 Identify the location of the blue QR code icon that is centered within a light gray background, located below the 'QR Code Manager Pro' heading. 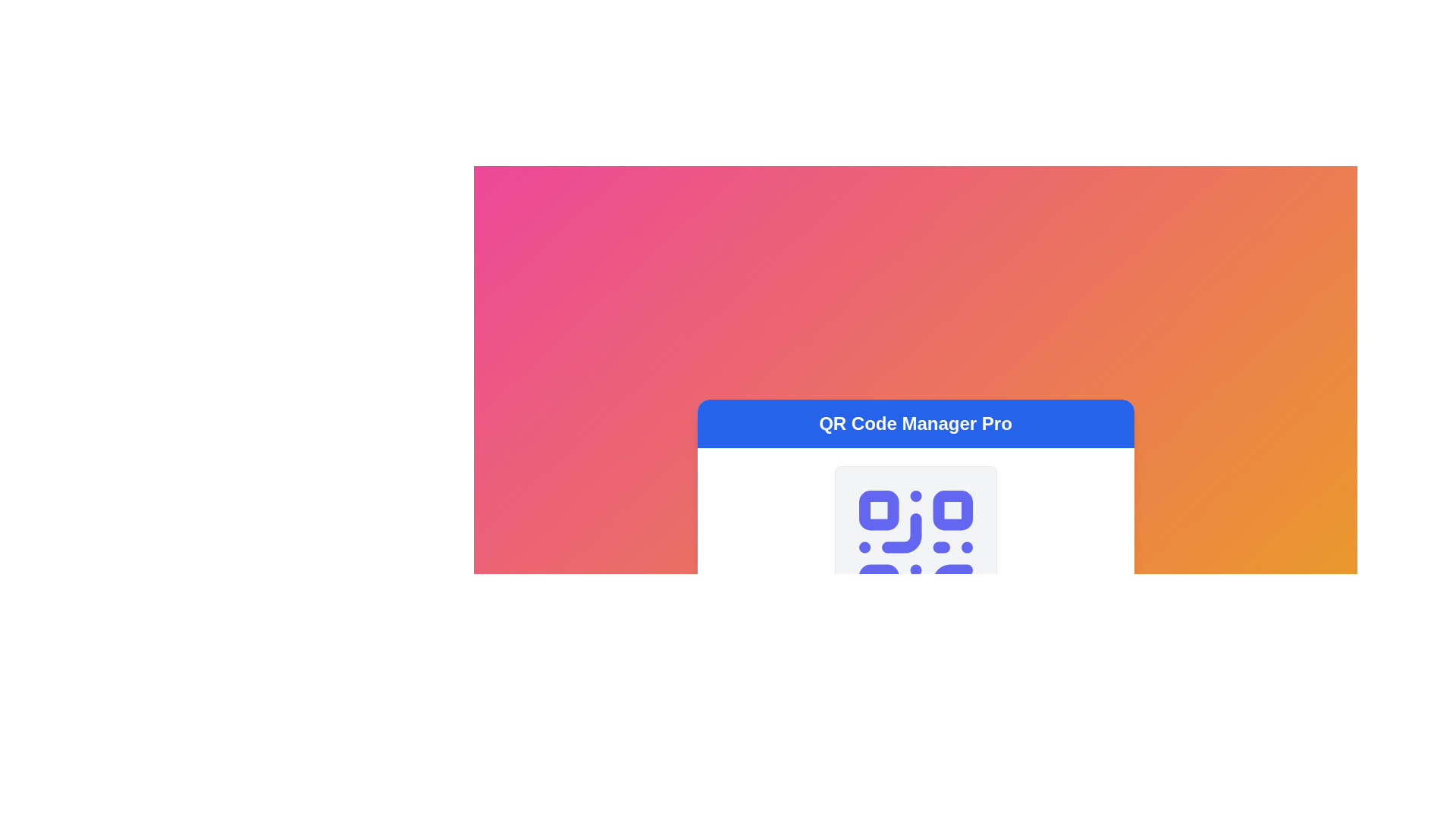
(915, 547).